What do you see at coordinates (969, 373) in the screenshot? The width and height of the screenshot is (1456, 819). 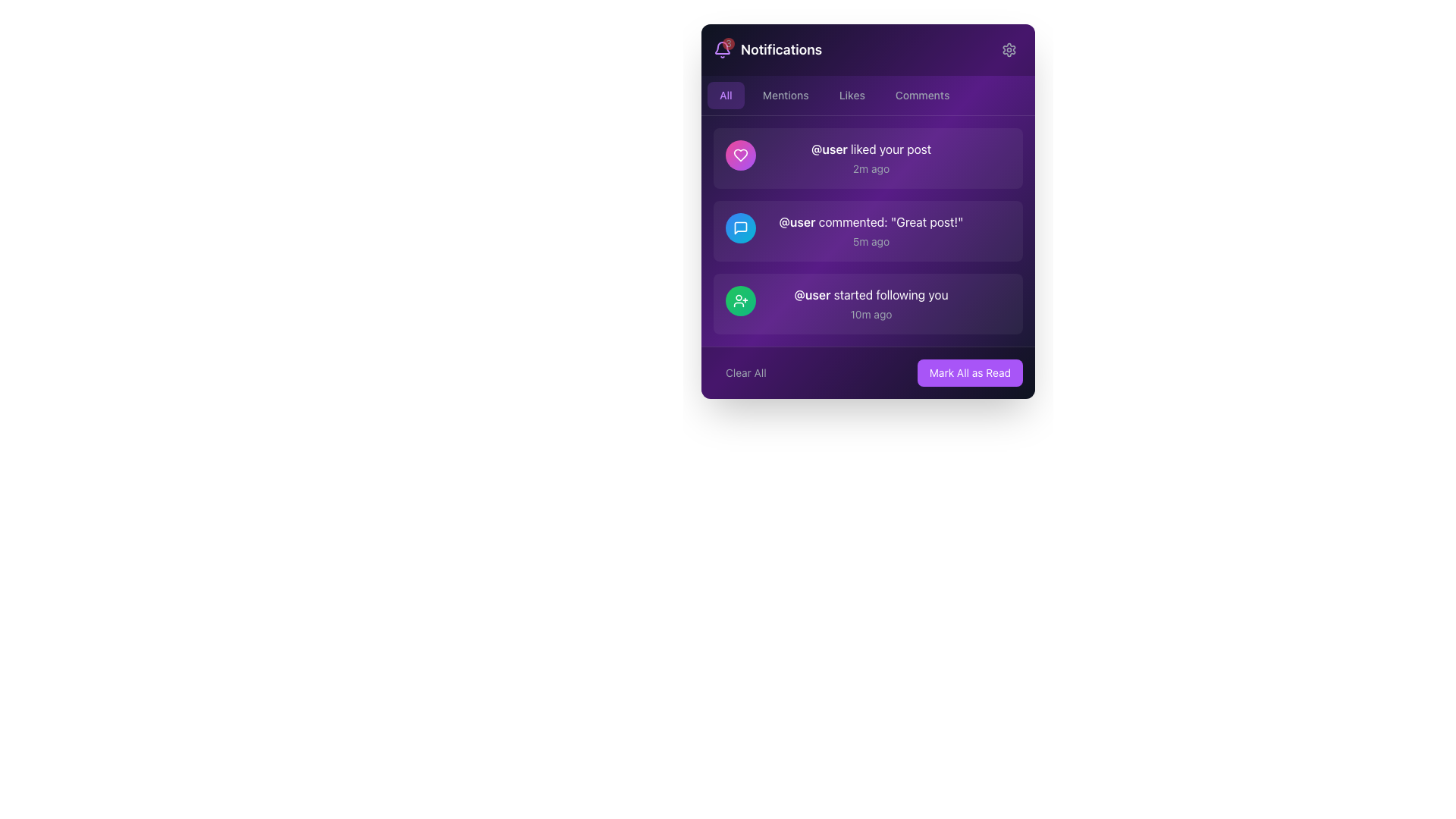 I see `the 'Mark All as Read' button, which is a light purple rectangular button with white text` at bounding box center [969, 373].